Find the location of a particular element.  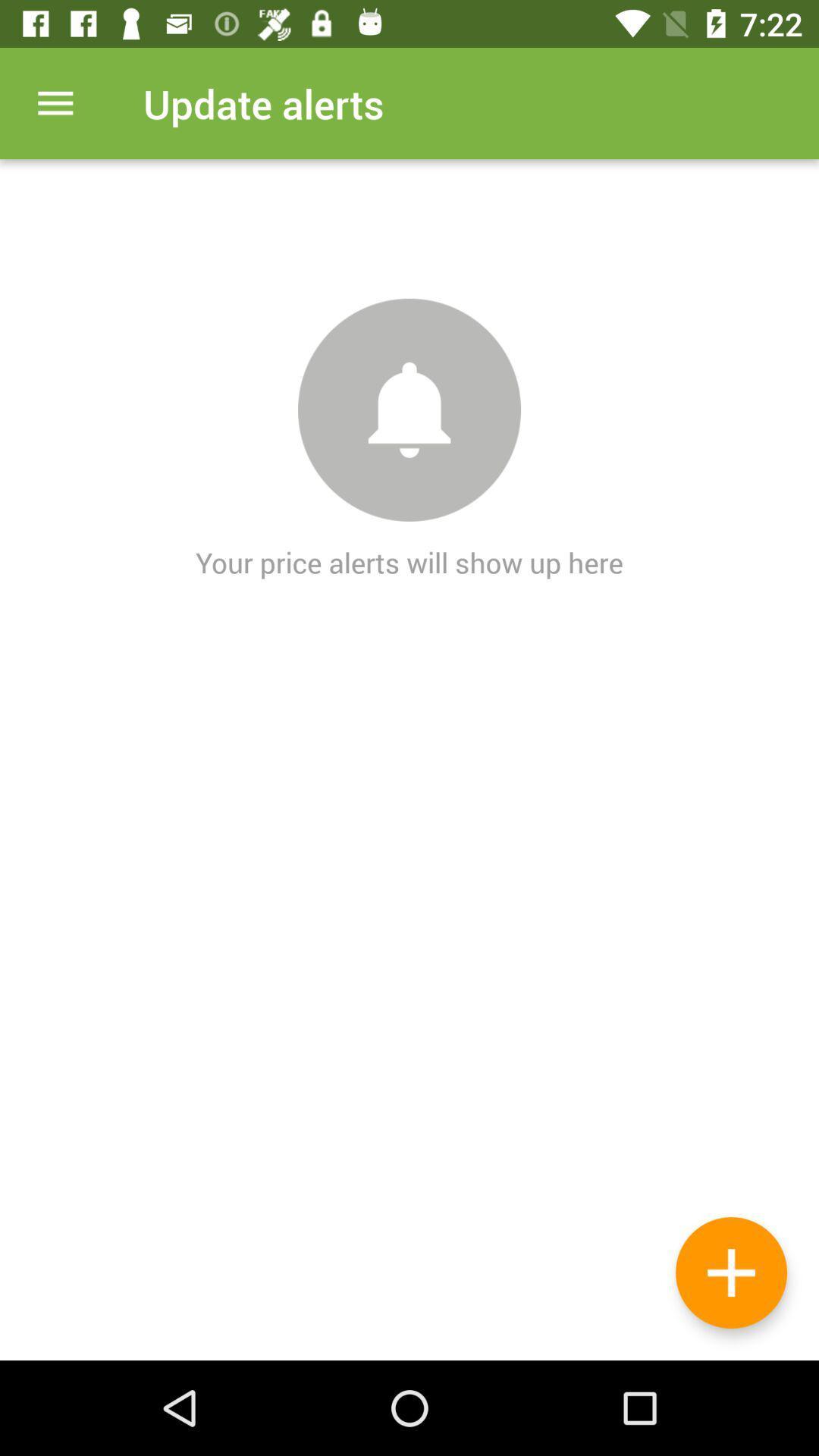

the icon at the bottom right corner is located at coordinates (730, 1272).